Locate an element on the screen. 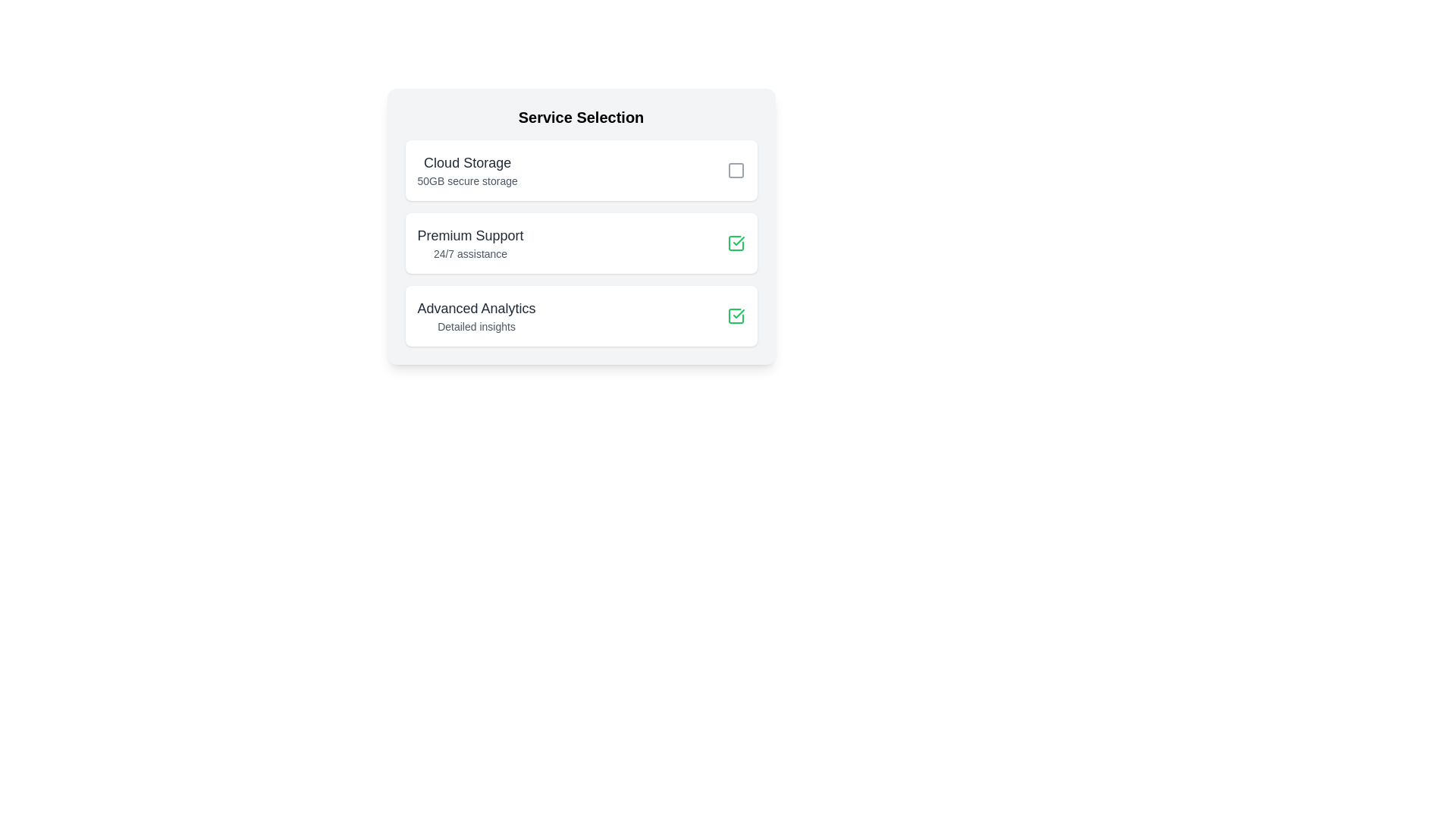 The width and height of the screenshot is (1456, 819). the checkbox on the second card in the 'Service Selection' section is located at coordinates (580, 227).